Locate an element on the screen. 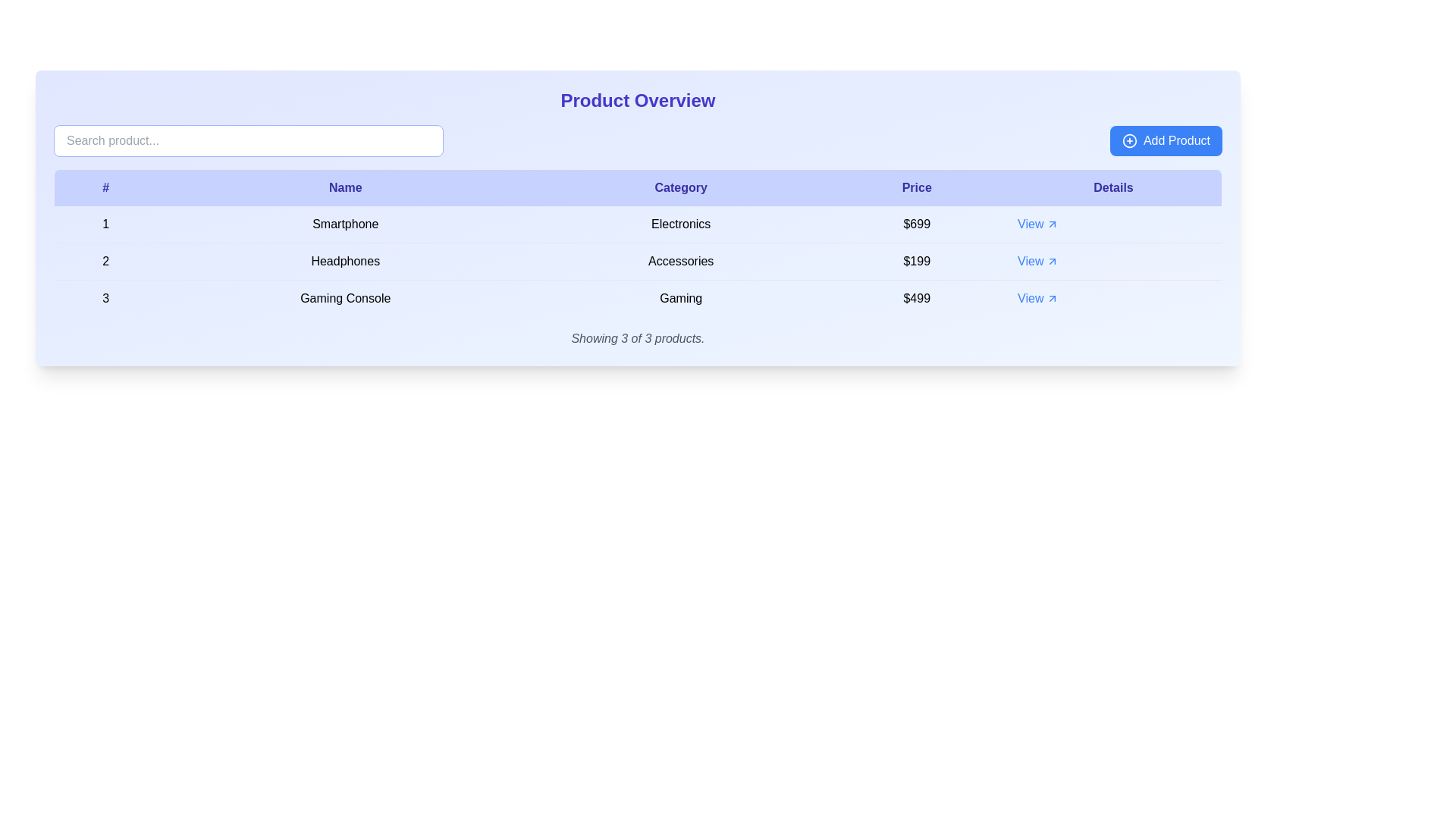  the bolded, centered hash symbol ('#') in the header row of the table, which is the first column and has a dark blue font on a light blue background is located at coordinates (105, 187).